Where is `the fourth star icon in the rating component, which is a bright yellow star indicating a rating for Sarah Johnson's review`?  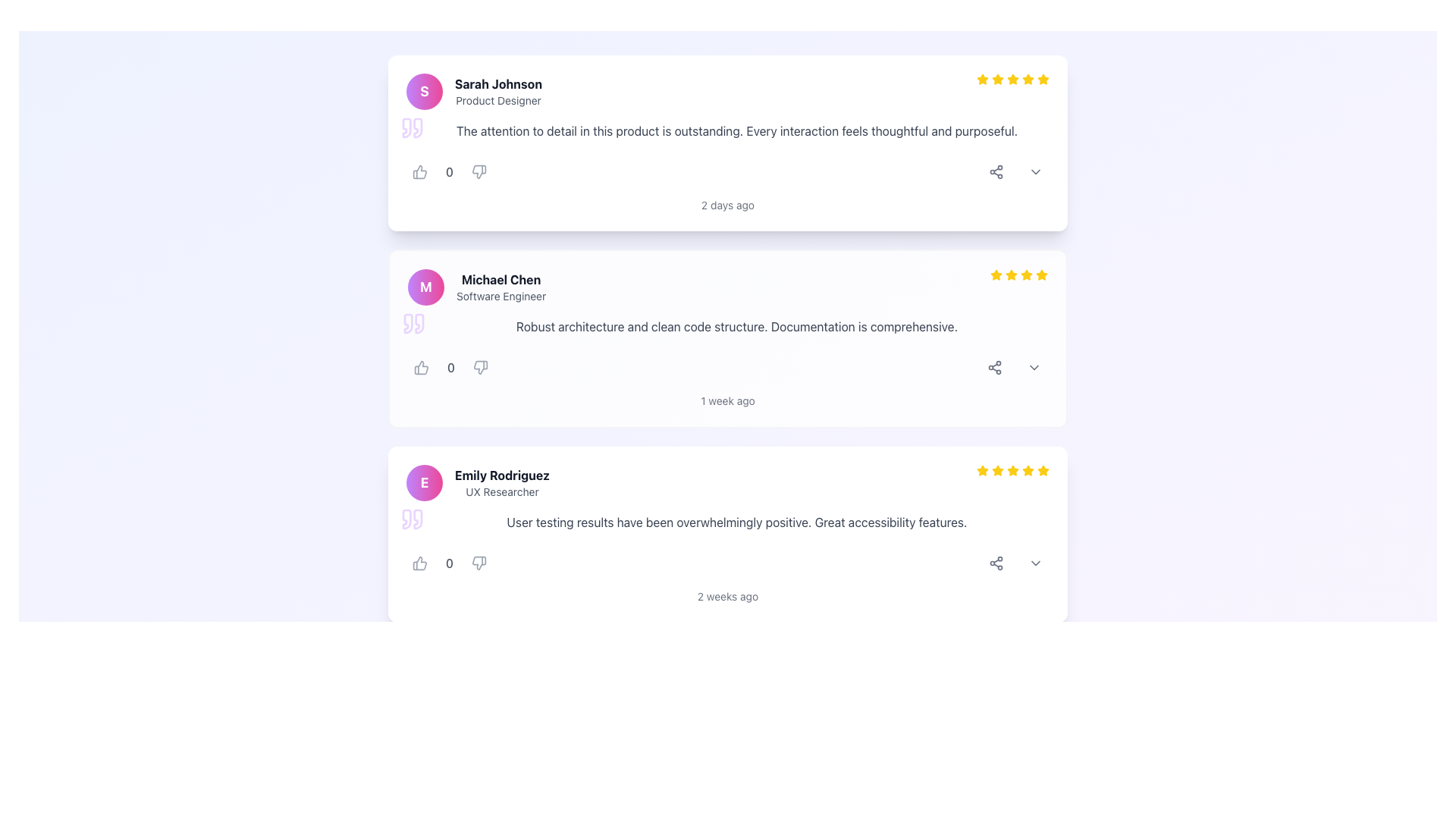
the fourth star icon in the rating component, which is a bright yellow star indicating a rating for Sarah Johnson's review is located at coordinates (1012, 79).